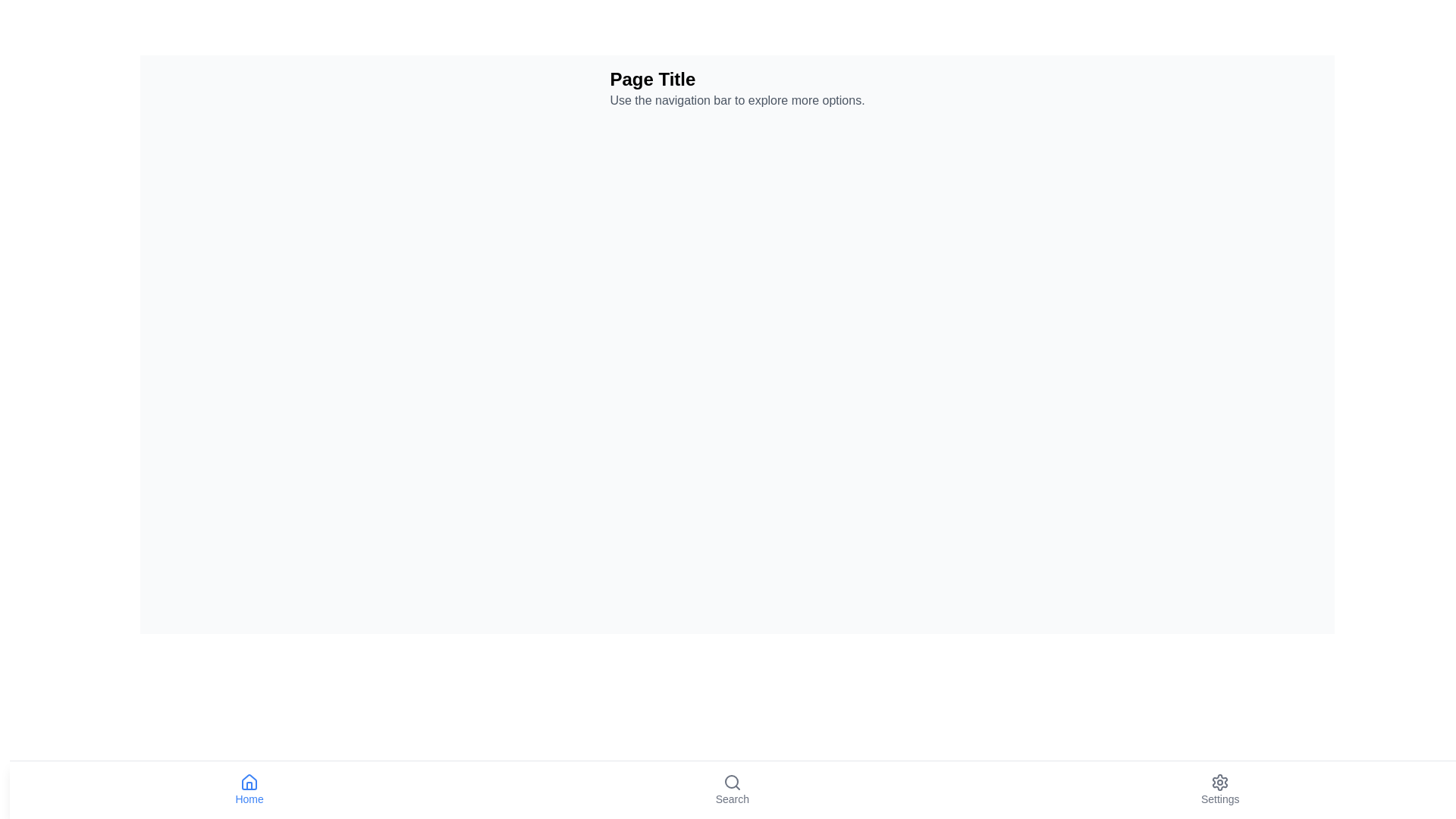 Image resolution: width=1456 pixels, height=819 pixels. Describe the element at coordinates (249, 789) in the screenshot. I see `the Home button located on the bottom navigation bar` at that location.